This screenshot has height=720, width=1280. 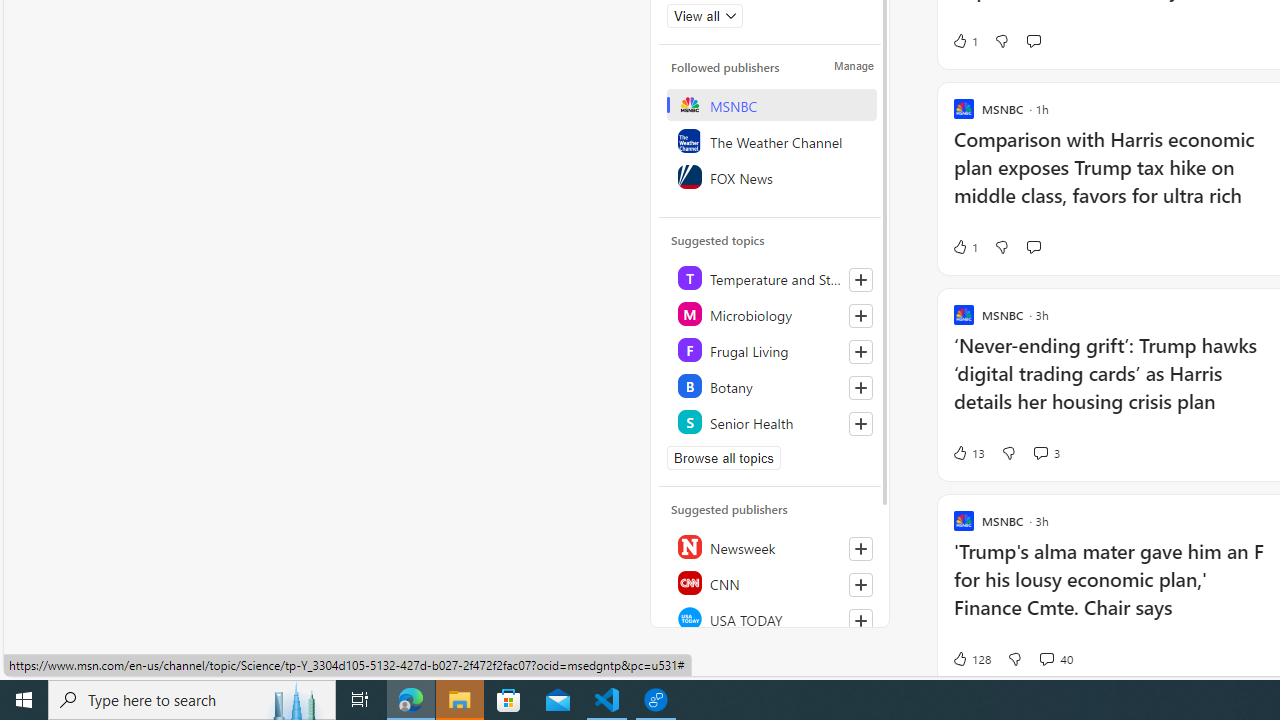 What do you see at coordinates (770, 176) in the screenshot?
I see `'FOX News'` at bounding box center [770, 176].